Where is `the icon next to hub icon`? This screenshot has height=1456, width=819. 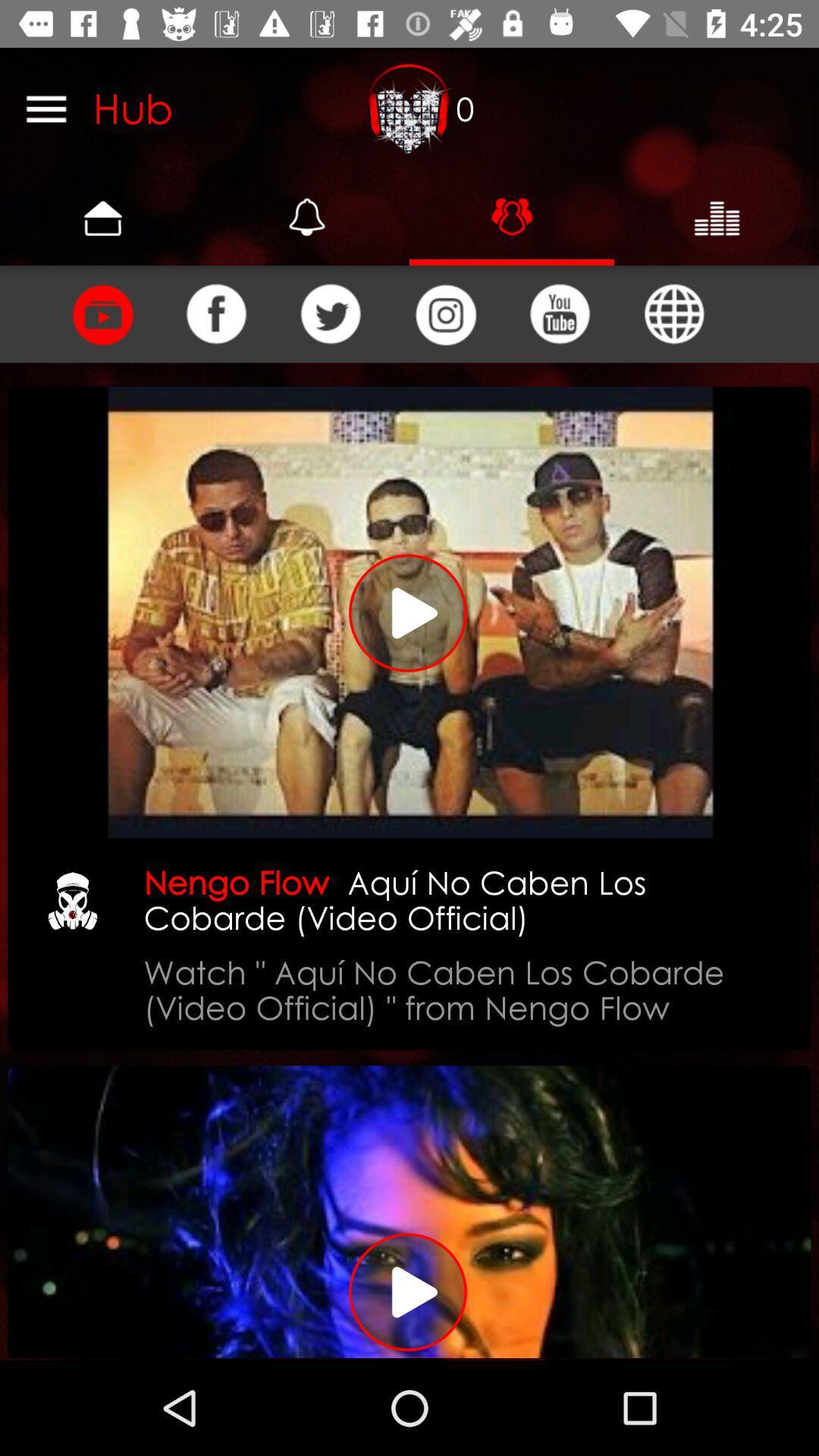 the icon next to hub icon is located at coordinates (45, 108).